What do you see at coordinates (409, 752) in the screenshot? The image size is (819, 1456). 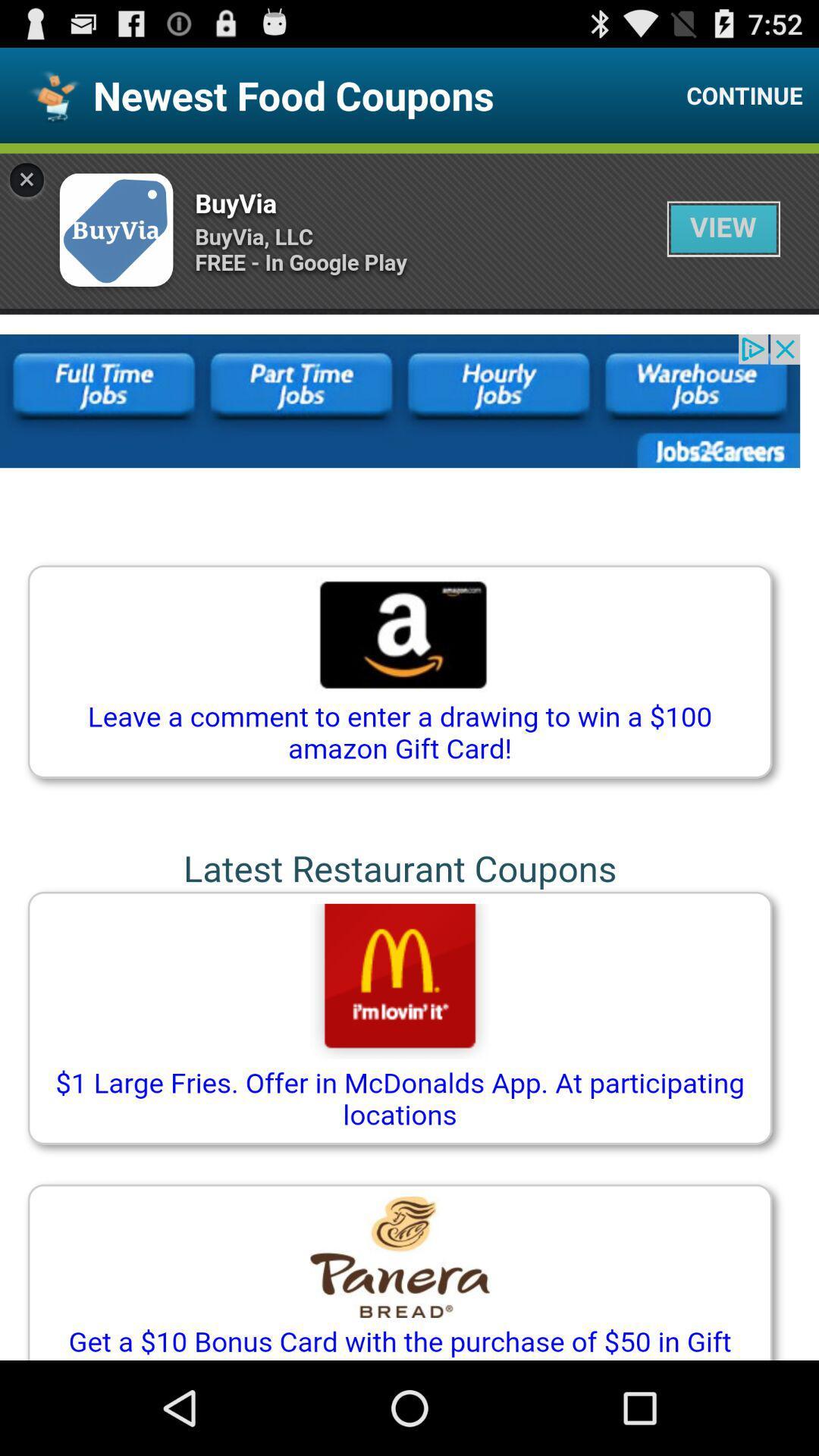 I see `coupons` at bounding box center [409, 752].